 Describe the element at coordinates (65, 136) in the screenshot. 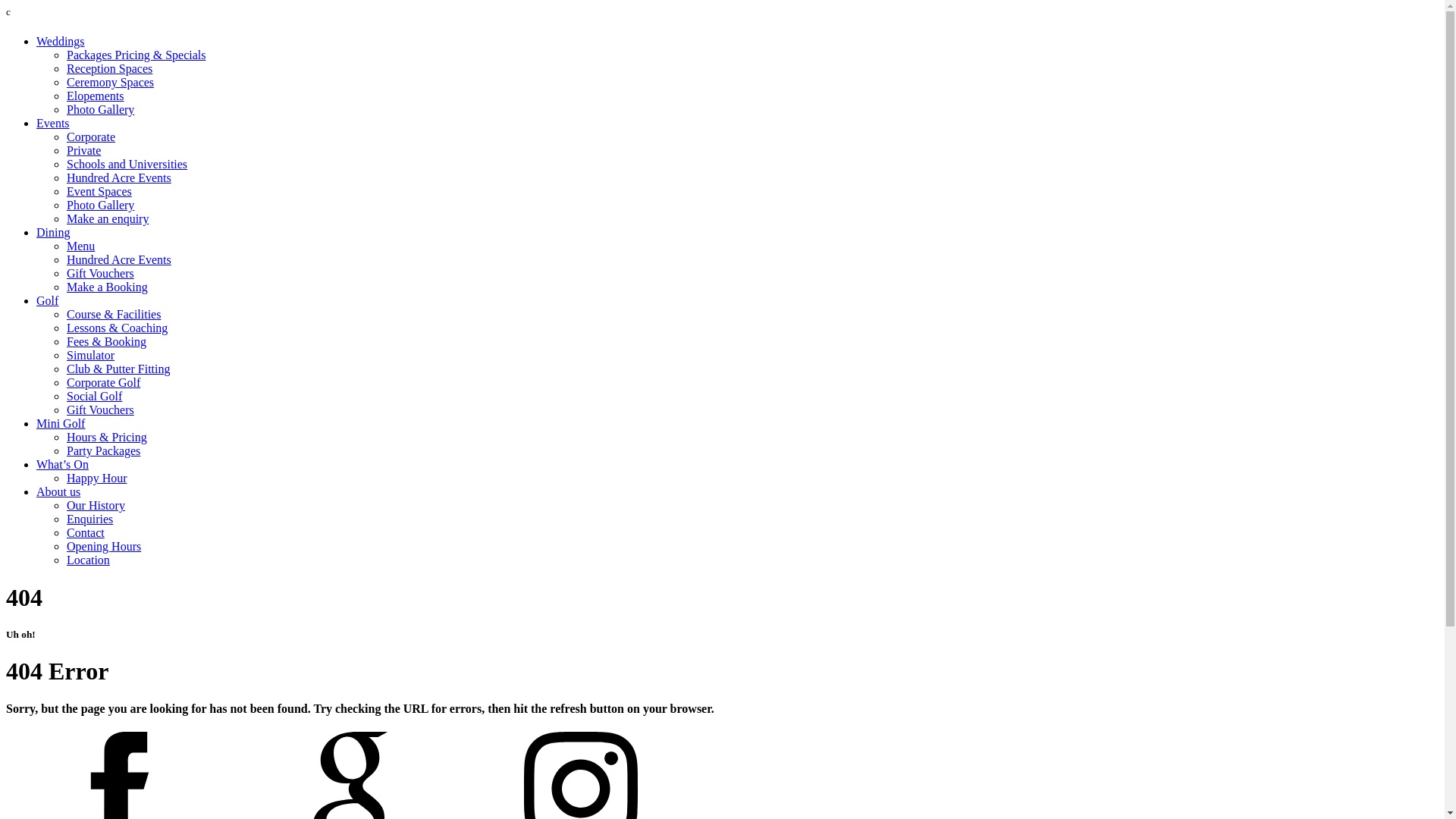

I see `'Corporate'` at that location.